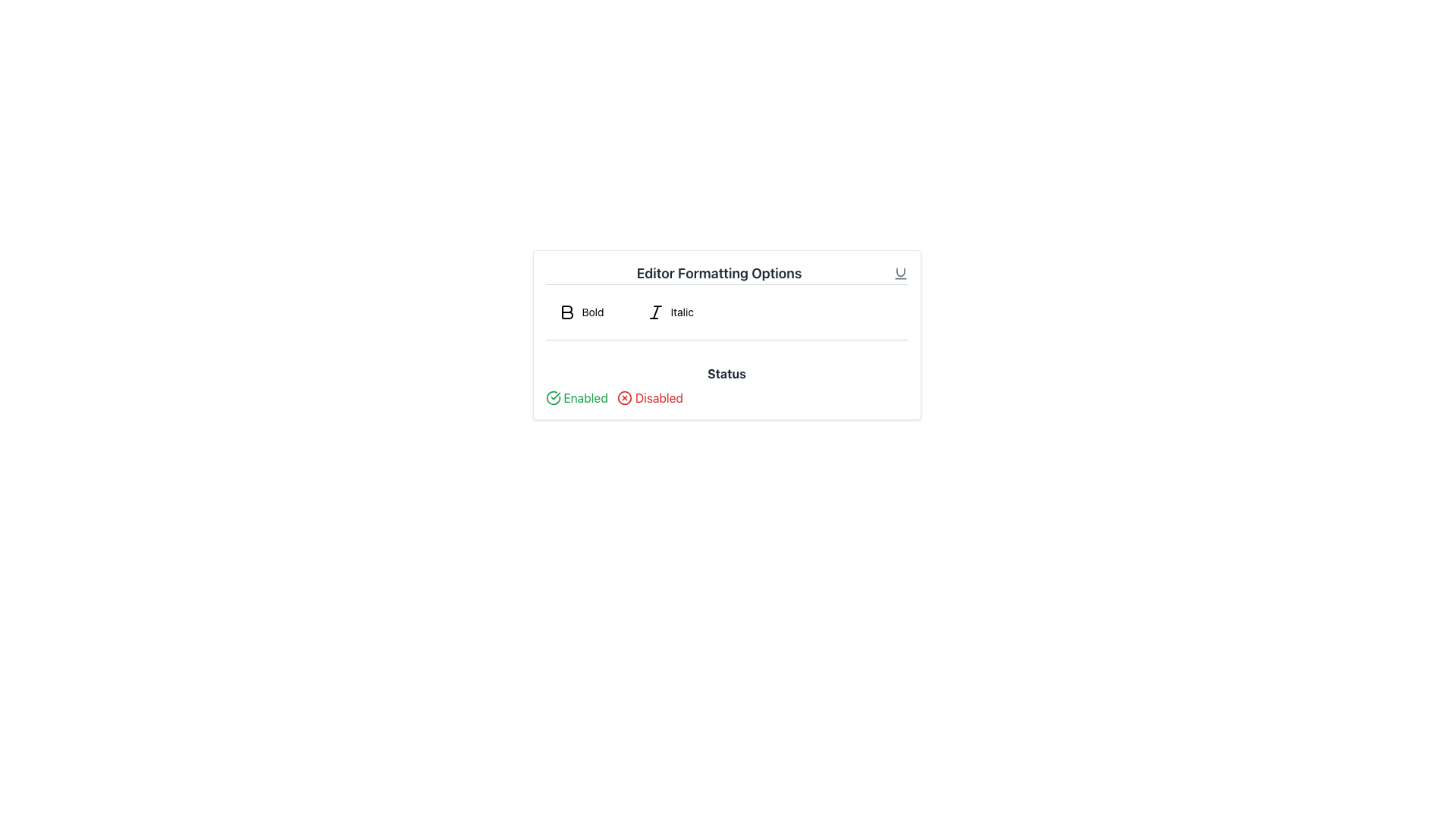  What do you see at coordinates (669, 312) in the screenshot?
I see `the italic formatting button located in the 'Editor Formatting Options' section` at bounding box center [669, 312].